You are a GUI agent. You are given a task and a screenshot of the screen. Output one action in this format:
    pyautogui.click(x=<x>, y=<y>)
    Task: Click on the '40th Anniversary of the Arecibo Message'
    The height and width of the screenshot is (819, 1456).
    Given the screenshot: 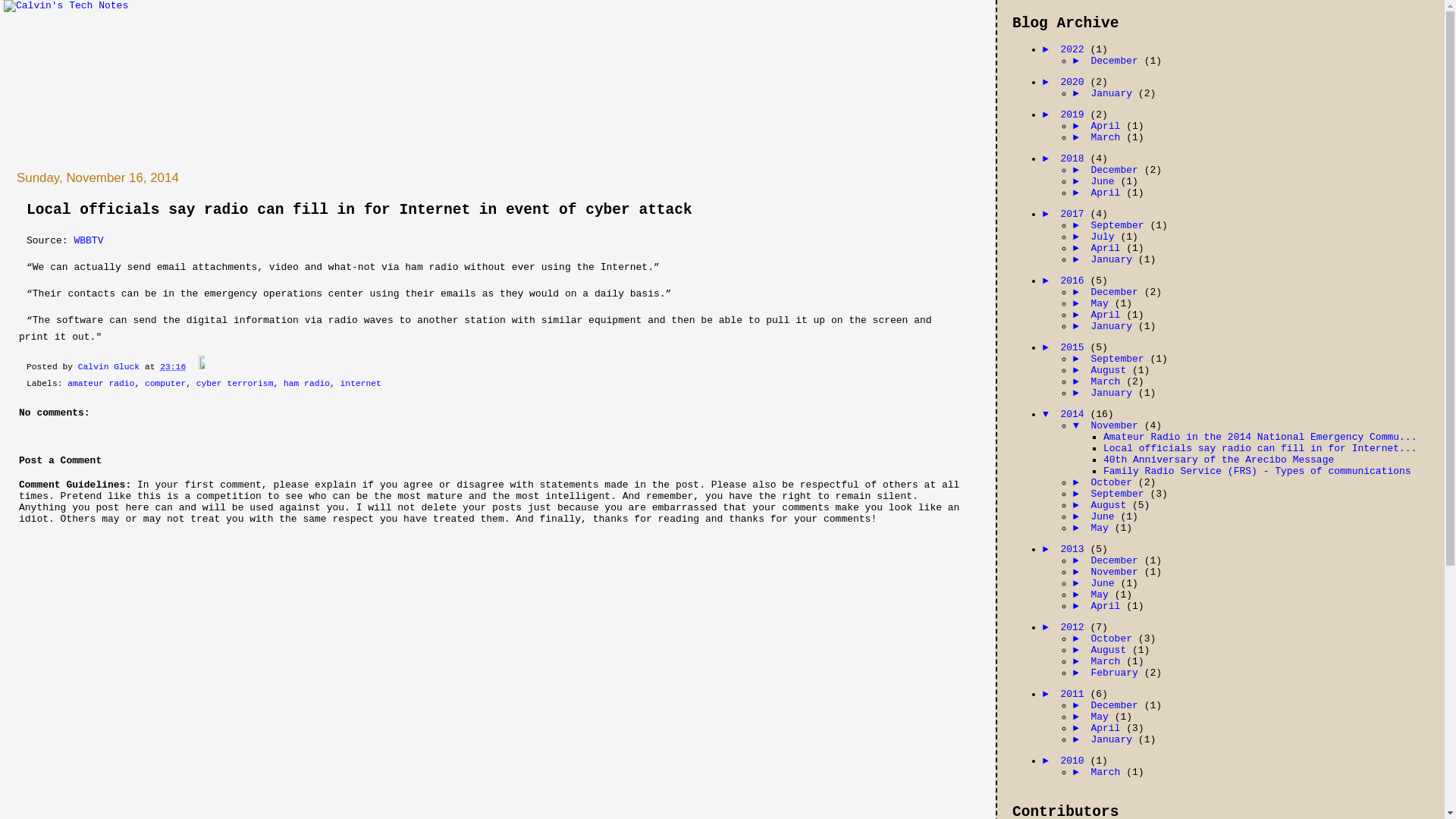 What is the action you would take?
    pyautogui.click(x=1219, y=459)
    